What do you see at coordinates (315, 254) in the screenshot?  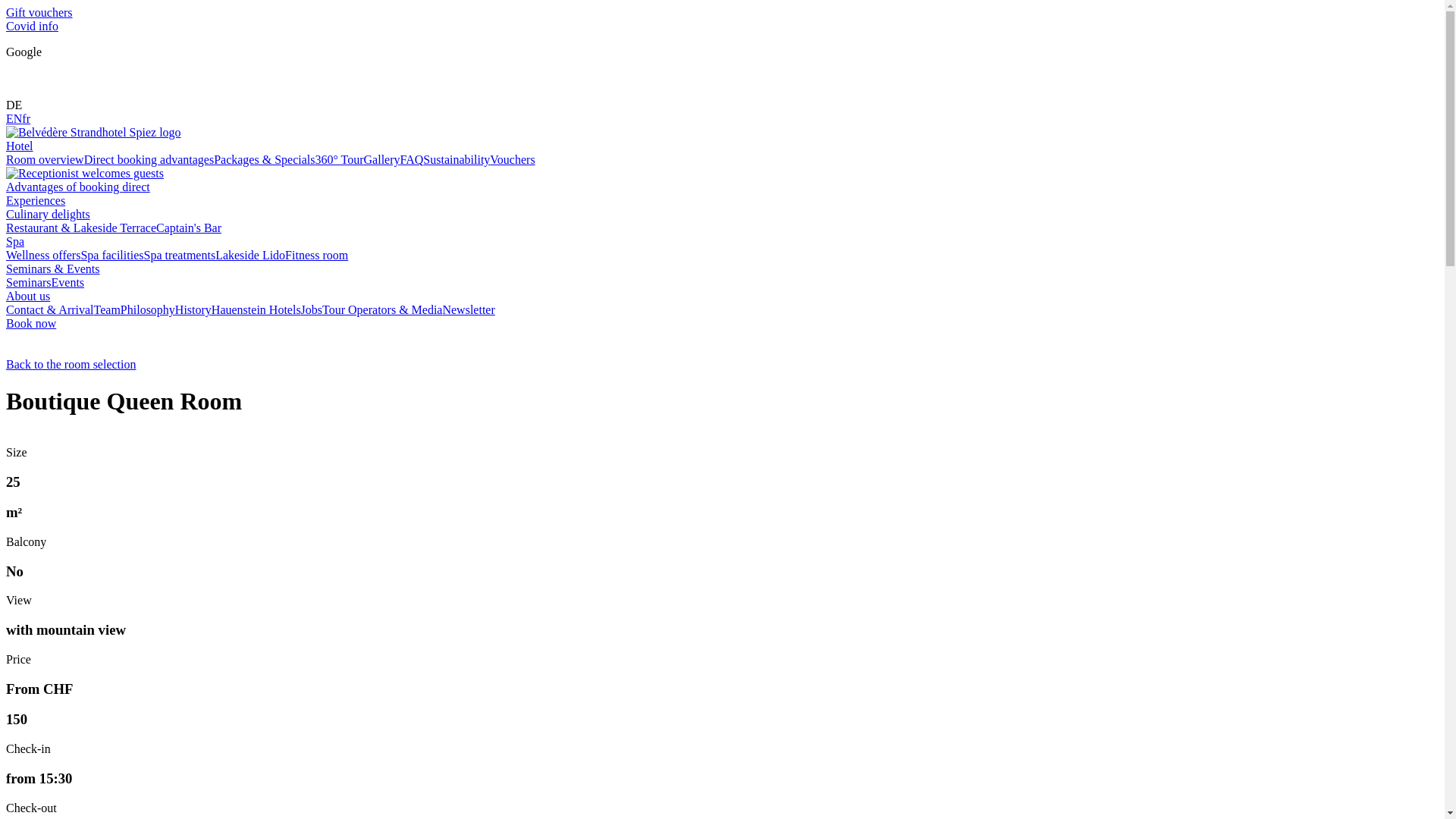 I see `'Fitness room'` at bounding box center [315, 254].